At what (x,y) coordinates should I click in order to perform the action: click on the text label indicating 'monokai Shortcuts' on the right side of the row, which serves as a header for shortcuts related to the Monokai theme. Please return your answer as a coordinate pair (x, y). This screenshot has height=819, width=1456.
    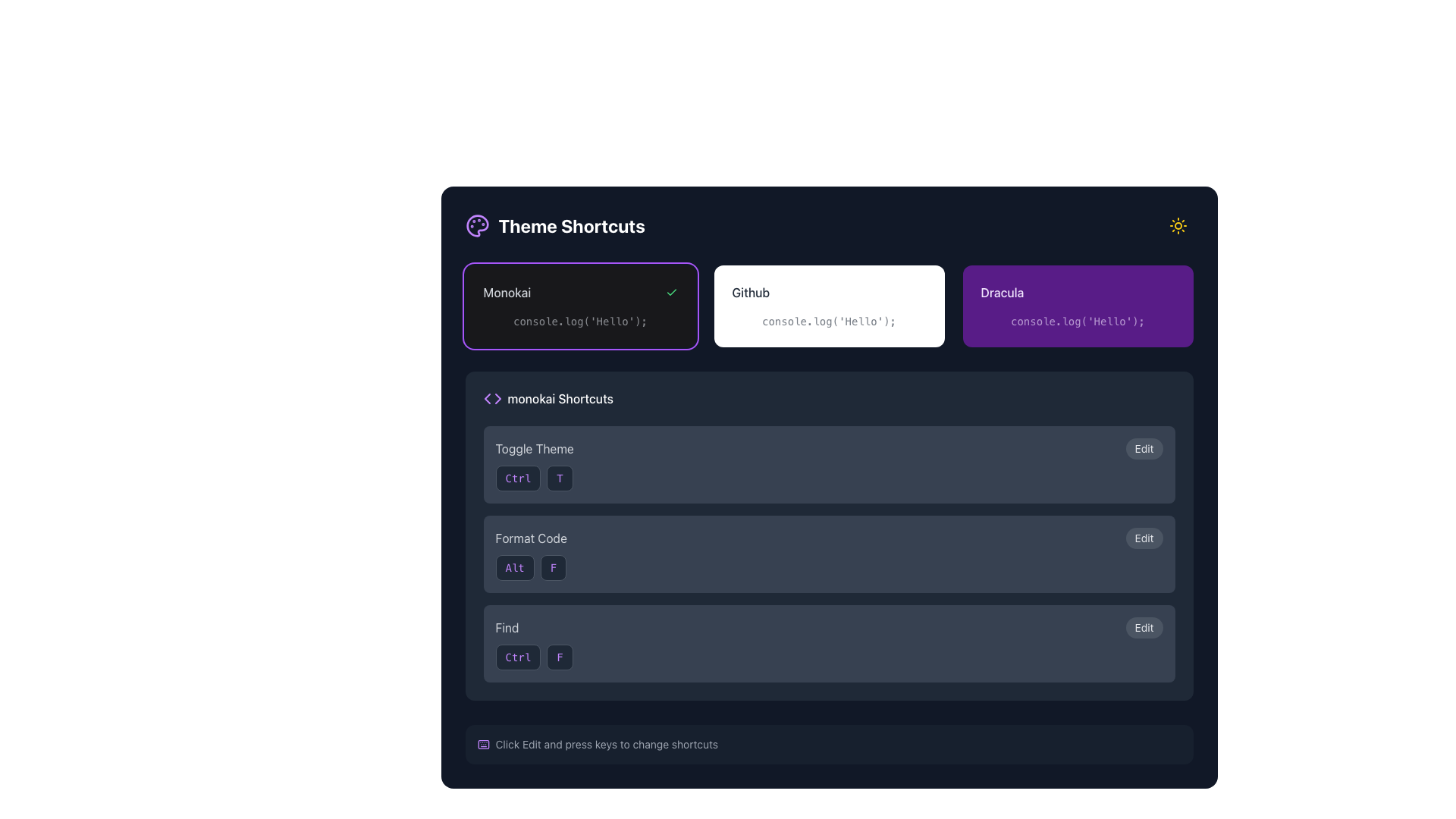
    Looking at the image, I should click on (560, 397).